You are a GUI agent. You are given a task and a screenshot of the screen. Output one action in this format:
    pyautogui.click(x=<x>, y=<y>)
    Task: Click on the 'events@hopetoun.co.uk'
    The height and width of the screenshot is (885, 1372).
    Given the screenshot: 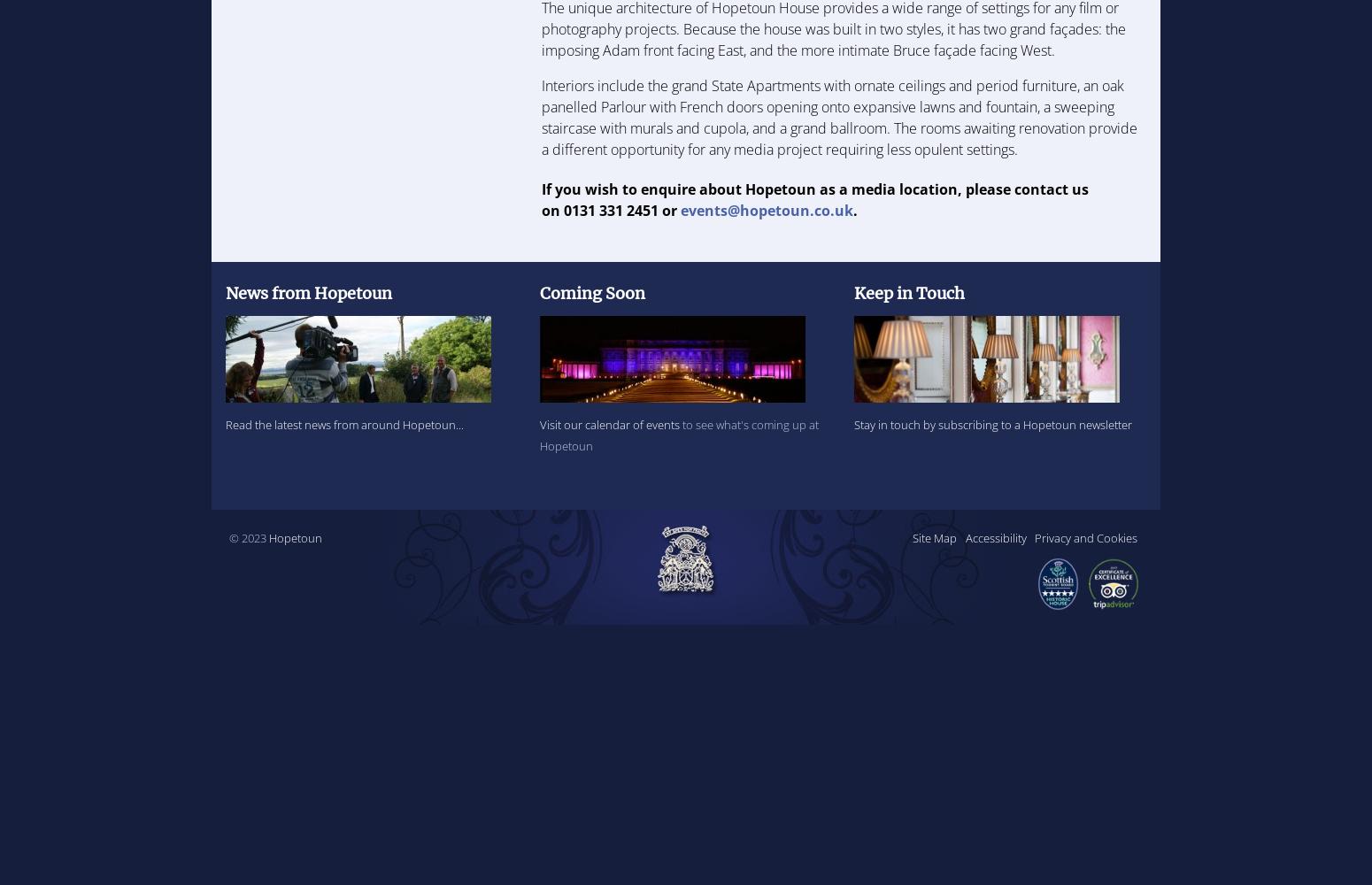 What is the action you would take?
    pyautogui.click(x=767, y=209)
    